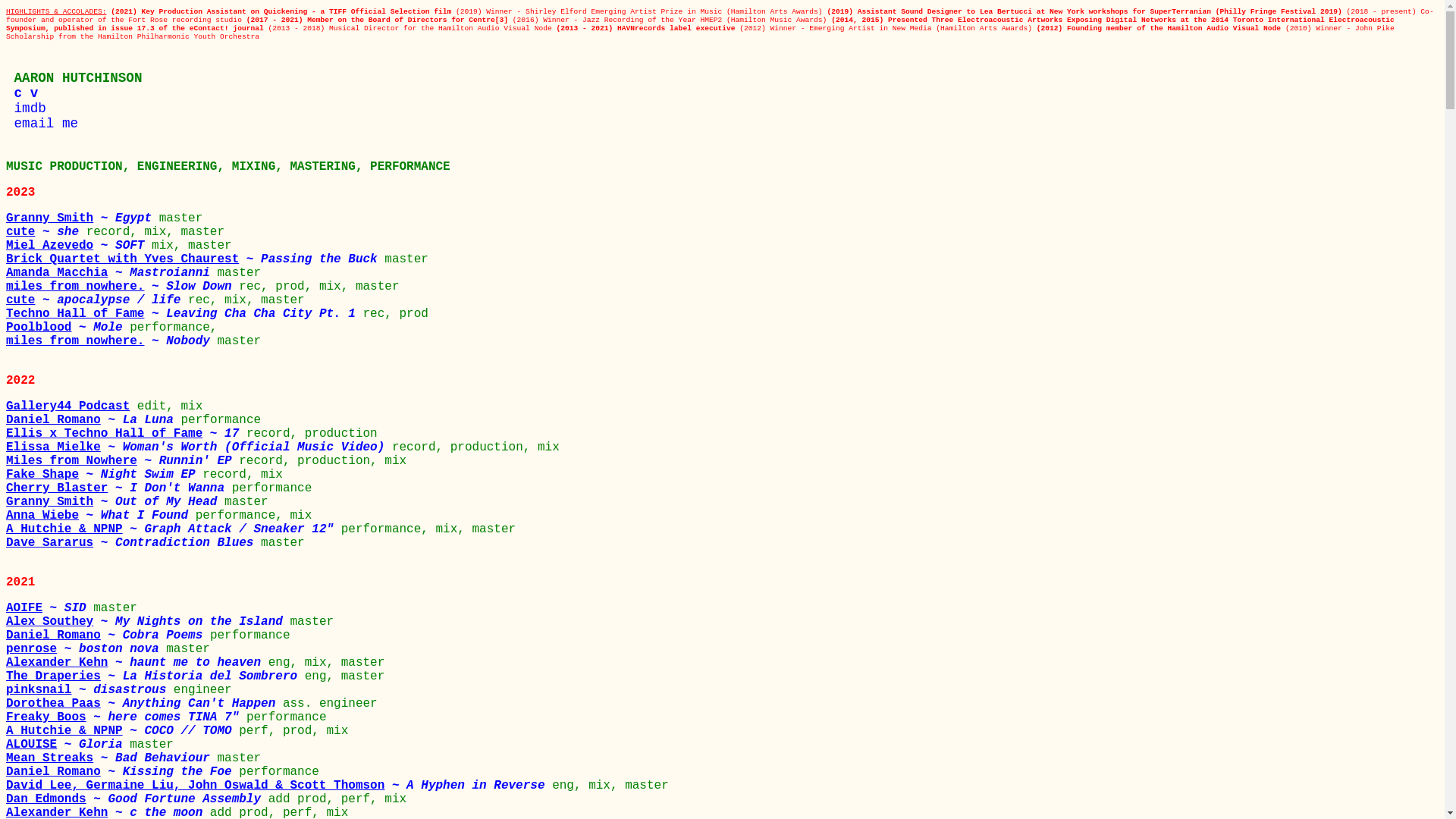 This screenshot has height=819, width=1456. Describe the element at coordinates (194, 259) in the screenshot. I see `'Brick Quartet with Yves Chaurest ~ Passing the Buck'` at that location.